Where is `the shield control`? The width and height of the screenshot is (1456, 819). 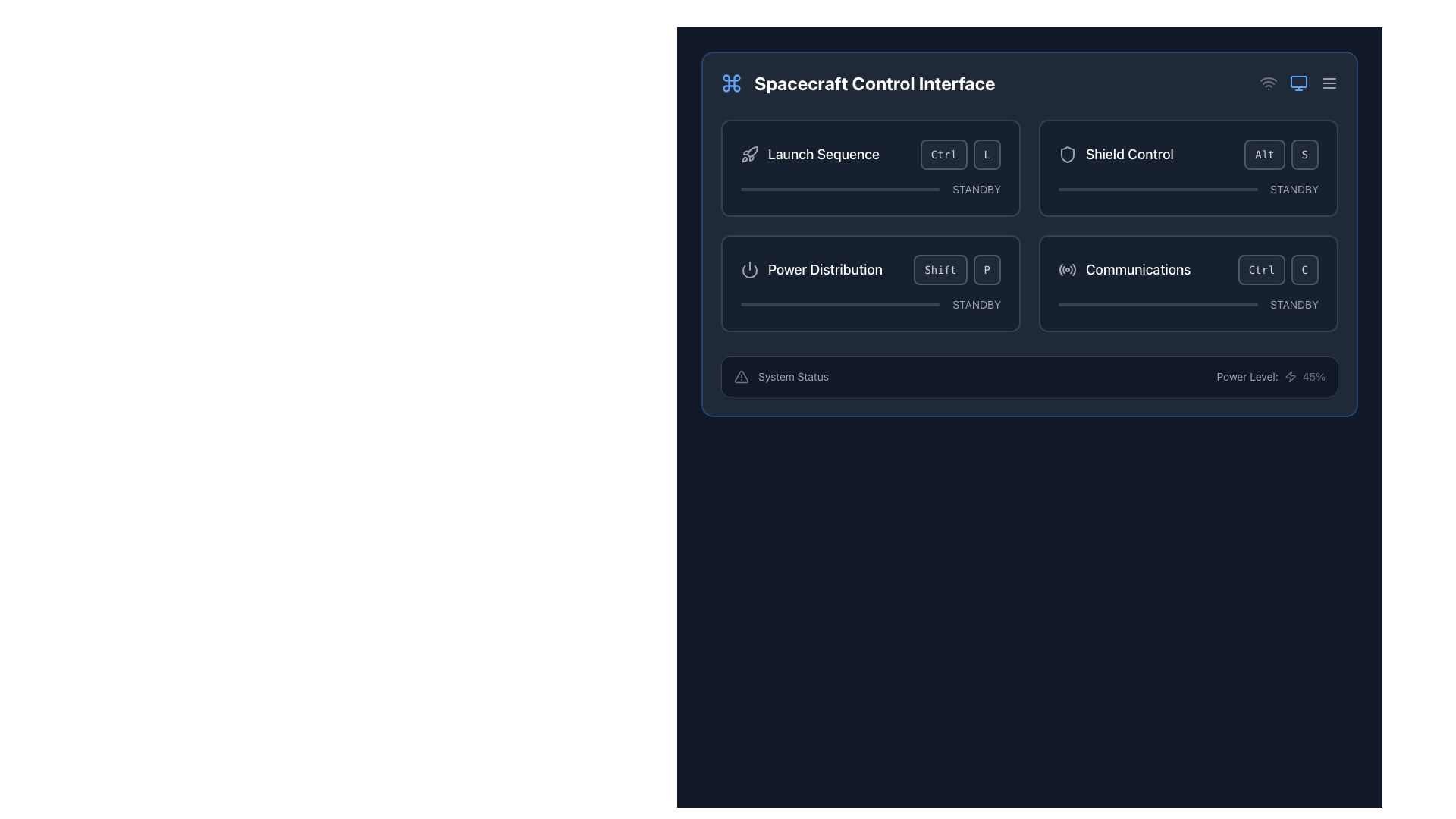 the shield control is located at coordinates (1065, 189).